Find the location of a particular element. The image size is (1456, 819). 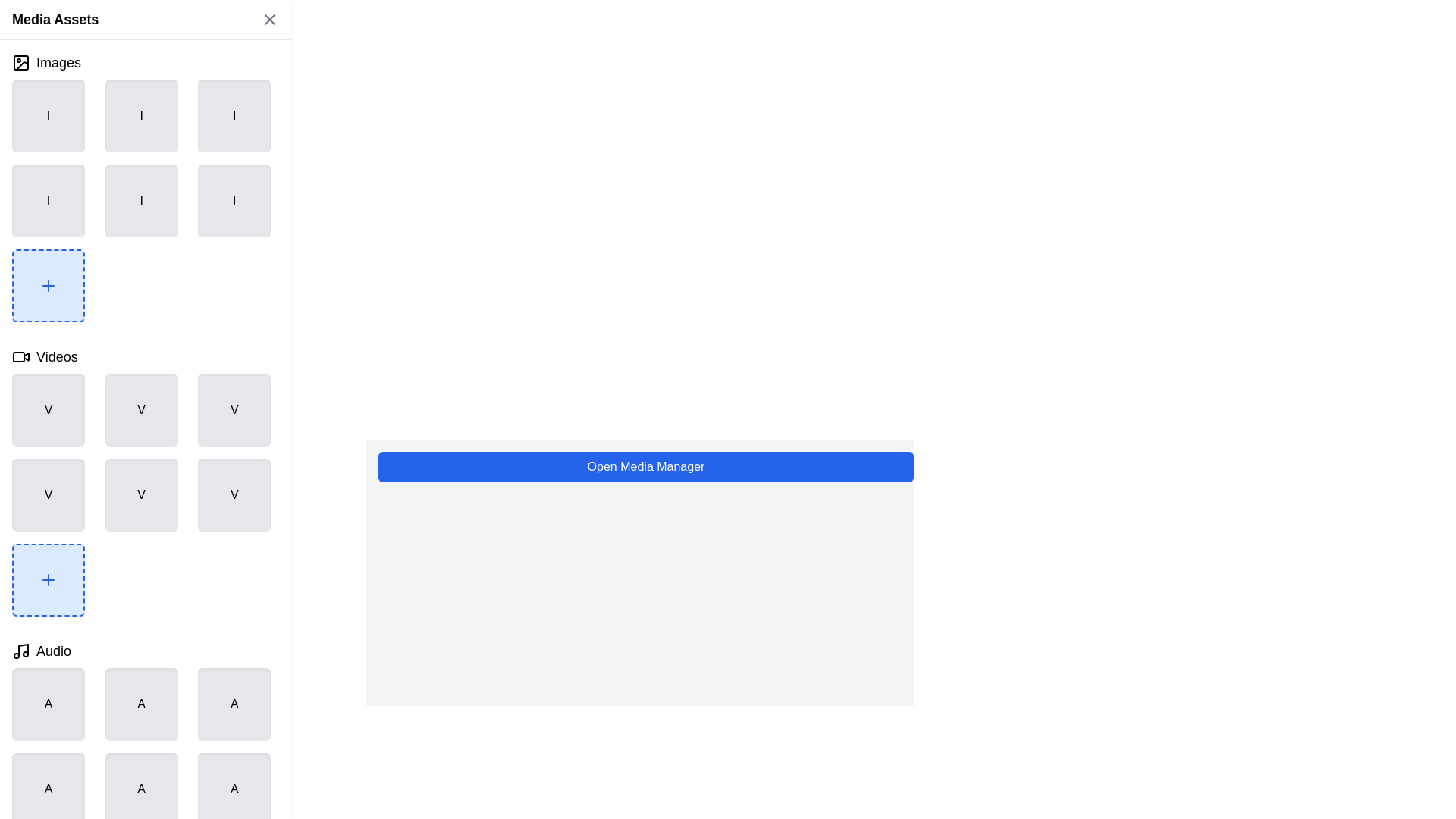

the blue square button with a dashed border and plus icon located in the bottom-left corner of the 3-by-3 grid under the 'Images' section in the 'Media Assets' UI to invoke an action is located at coordinates (48, 286).